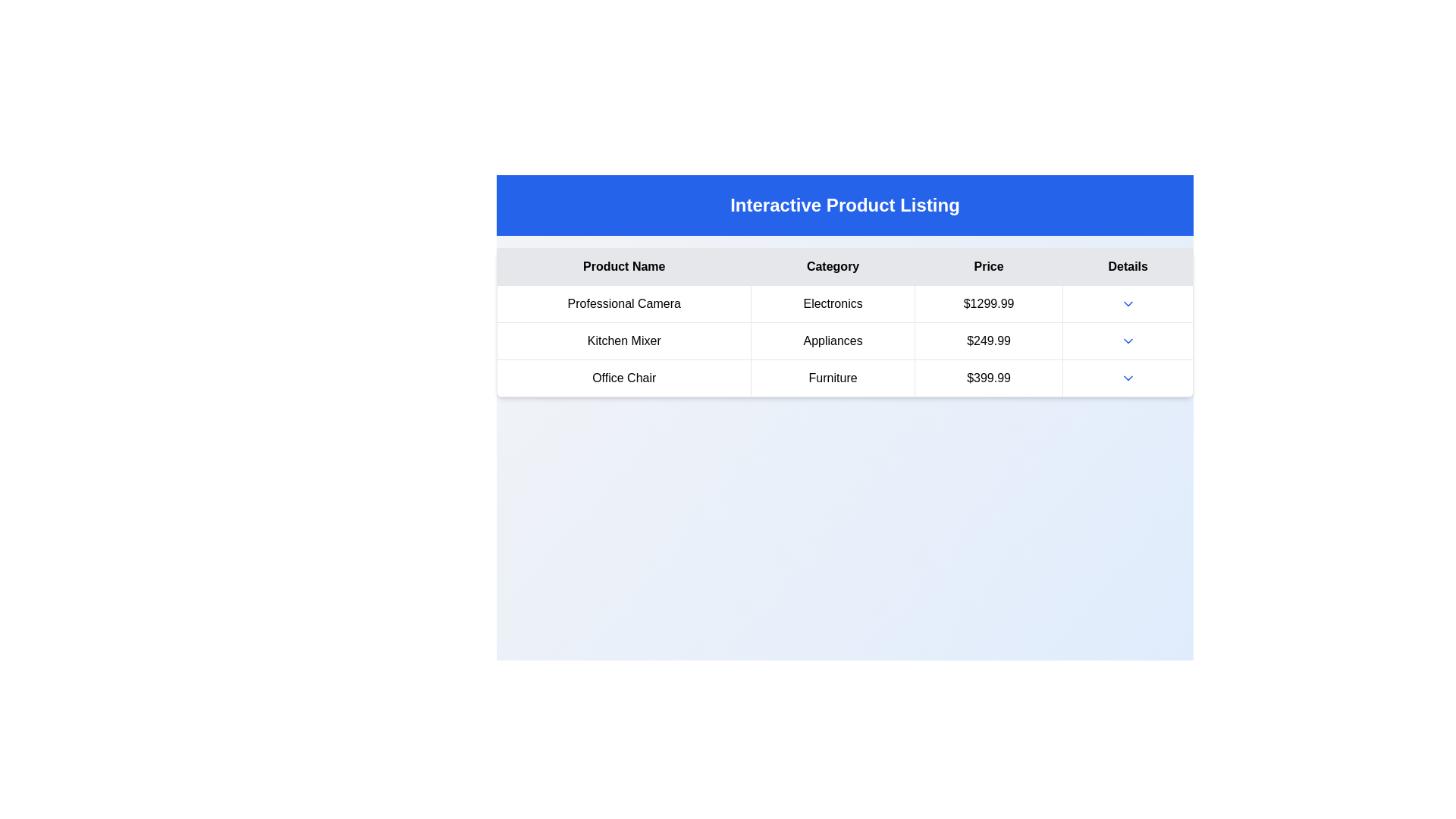 The height and width of the screenshot is (819, 1456). What do you see at coordinates (1128, 341) in the screenshot?
I see `the icon in the second row of the 'Details' column` at bounding box center [1128, 341].